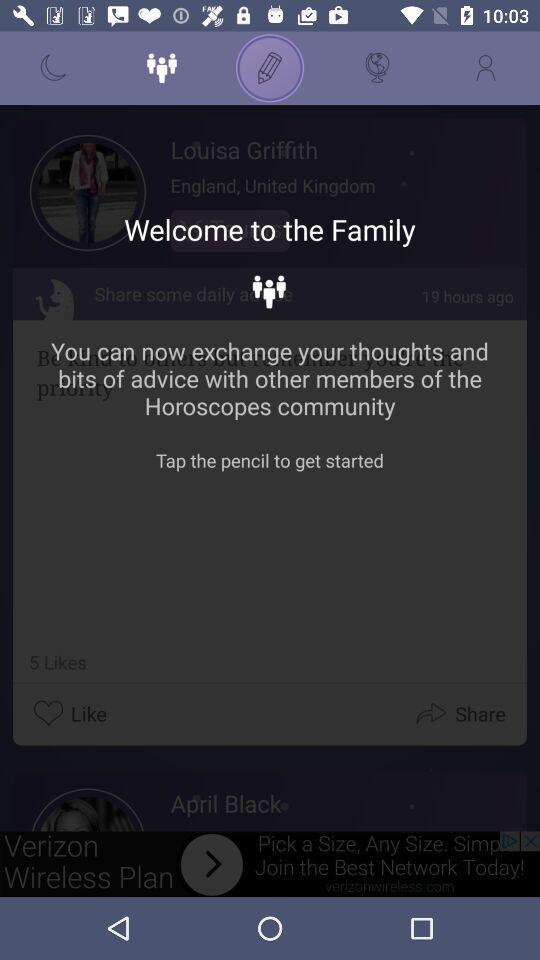 The width and height of the screenshot is (540, 960). What do you see at coordinates (54, 68) in the screenshot?
I see `the icon which is top left corner` at bounding box center [54, 68].